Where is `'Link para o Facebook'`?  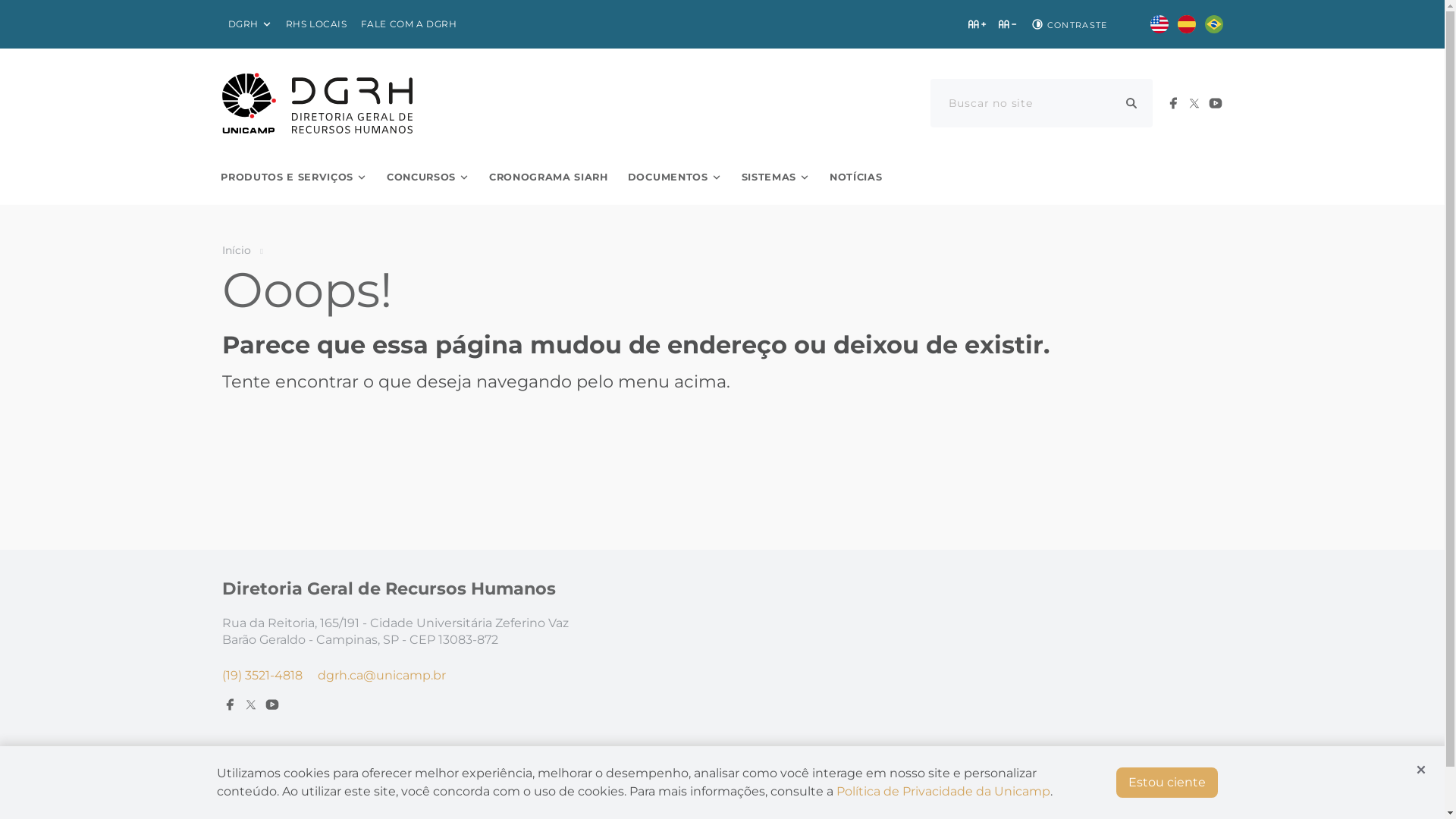
'Link para o Facebook' is located at coordinates (1171, 102).